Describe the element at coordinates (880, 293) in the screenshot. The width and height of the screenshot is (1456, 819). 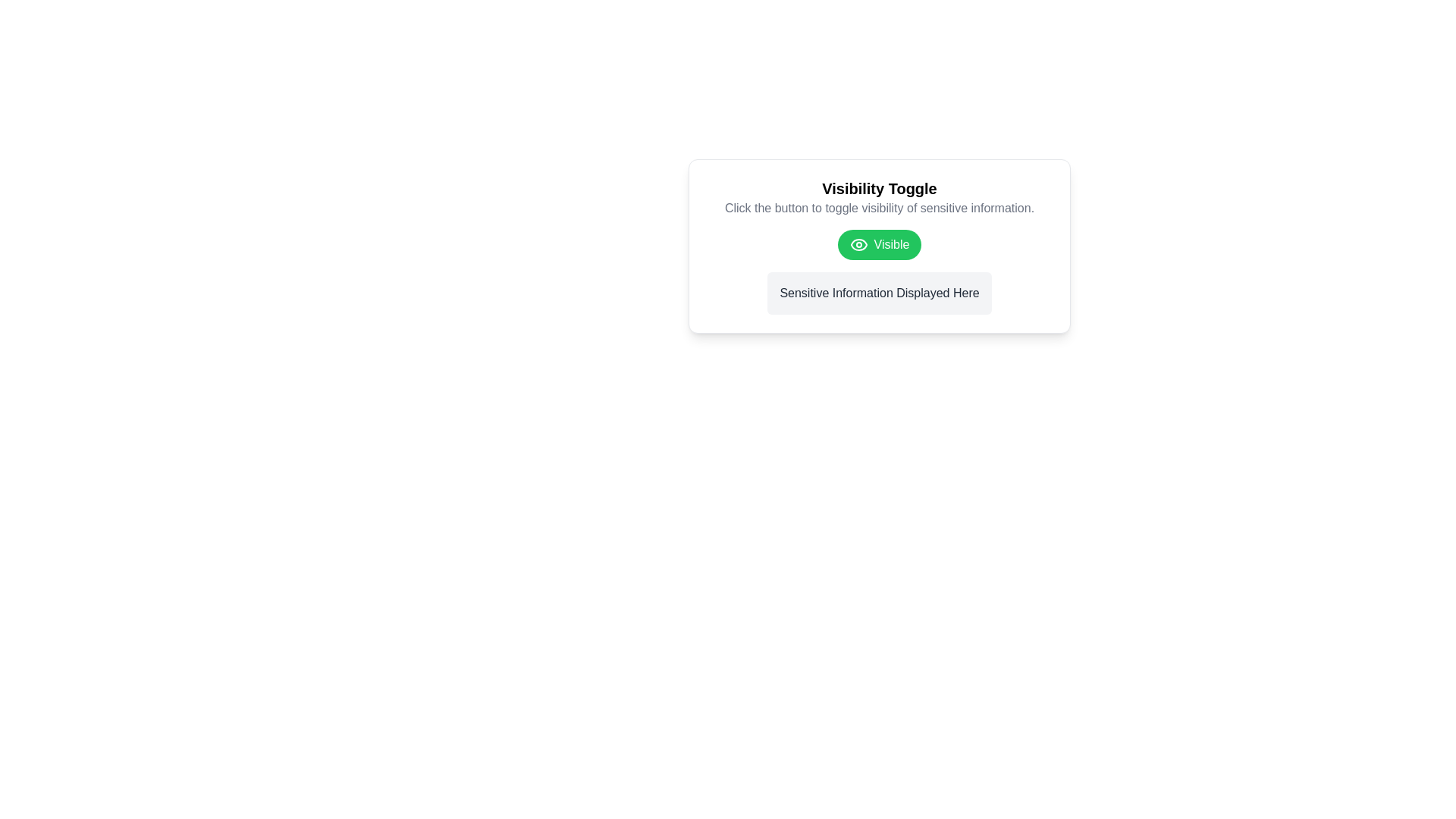
I see `the area displaying the sensitive information and read its content` at that location.